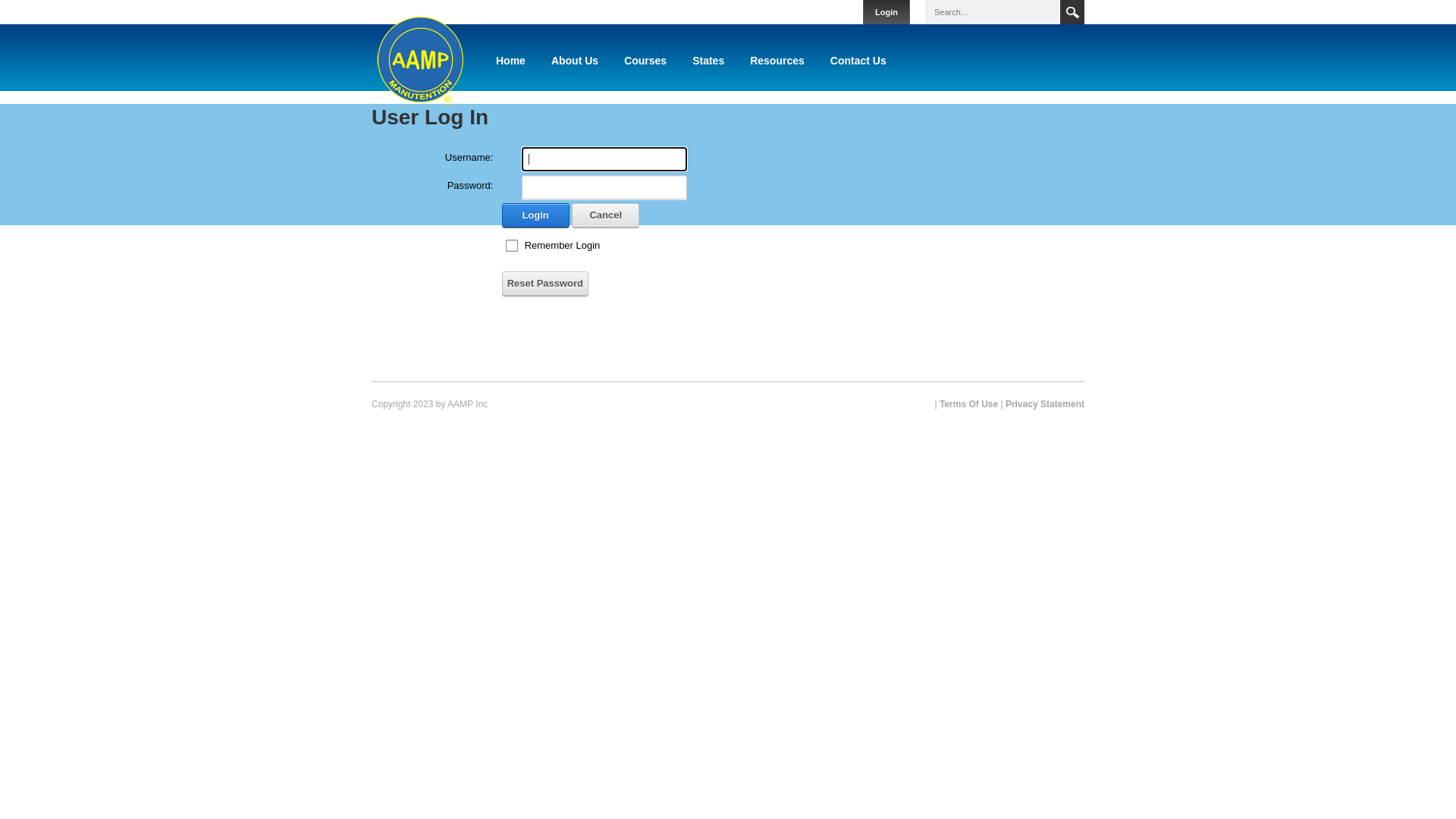 Image resolution: width=1456 pixels, height=819 pixels. Describe the element at coordinates (502, 284) in the screenshot. I see `'Reset Password'` at that location.